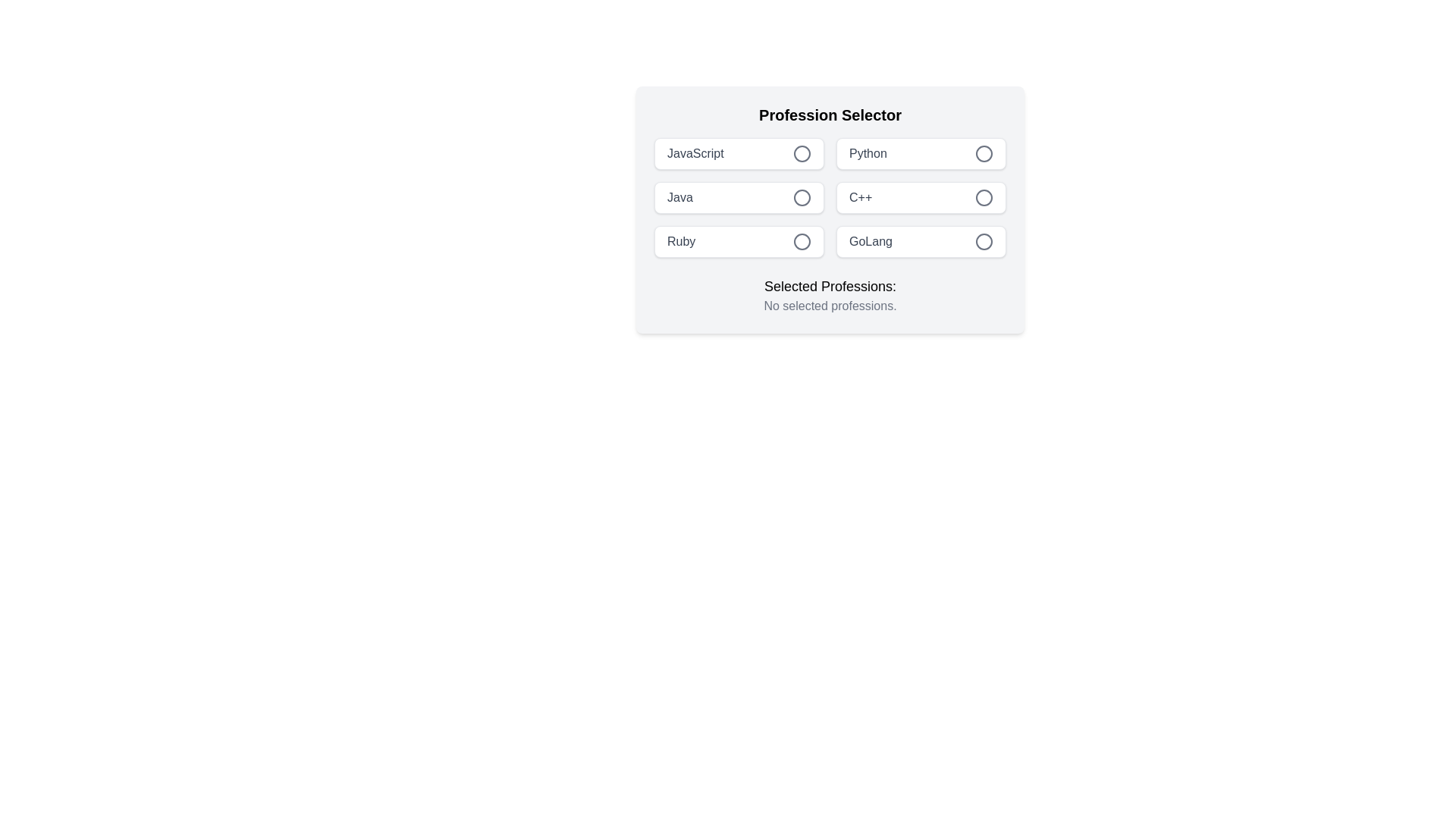 The image size is (1456, 819). I want to click on the radio button indicator for the 'GoLang' option within the Profession Selector interface for keyboard selection, so click(984, 241).